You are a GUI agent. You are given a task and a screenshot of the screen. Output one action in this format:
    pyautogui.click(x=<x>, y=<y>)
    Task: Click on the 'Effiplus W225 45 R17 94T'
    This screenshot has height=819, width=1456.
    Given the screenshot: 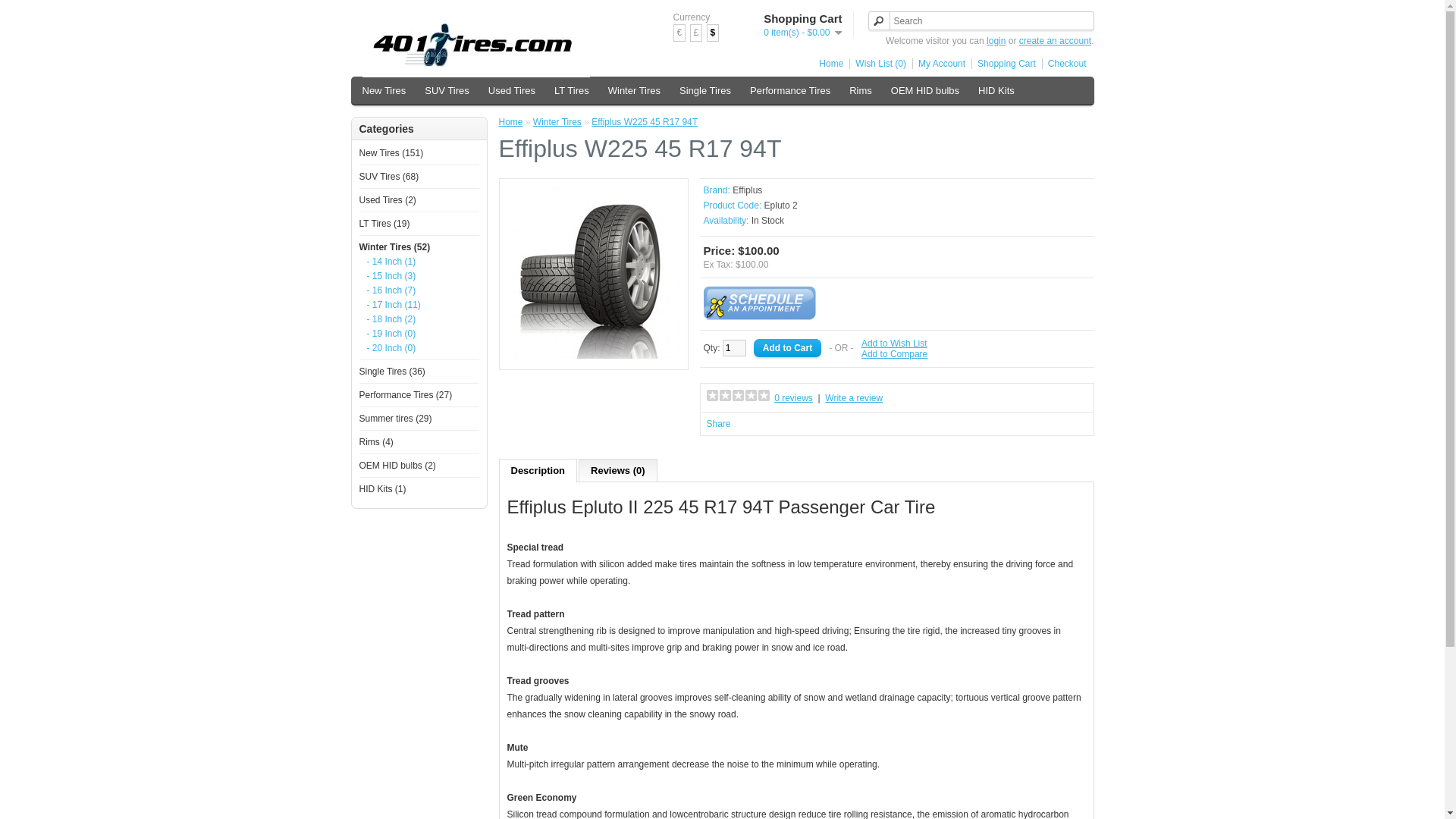 What is the action you would take?
    pyautogui.click(x=592, y=271)
    